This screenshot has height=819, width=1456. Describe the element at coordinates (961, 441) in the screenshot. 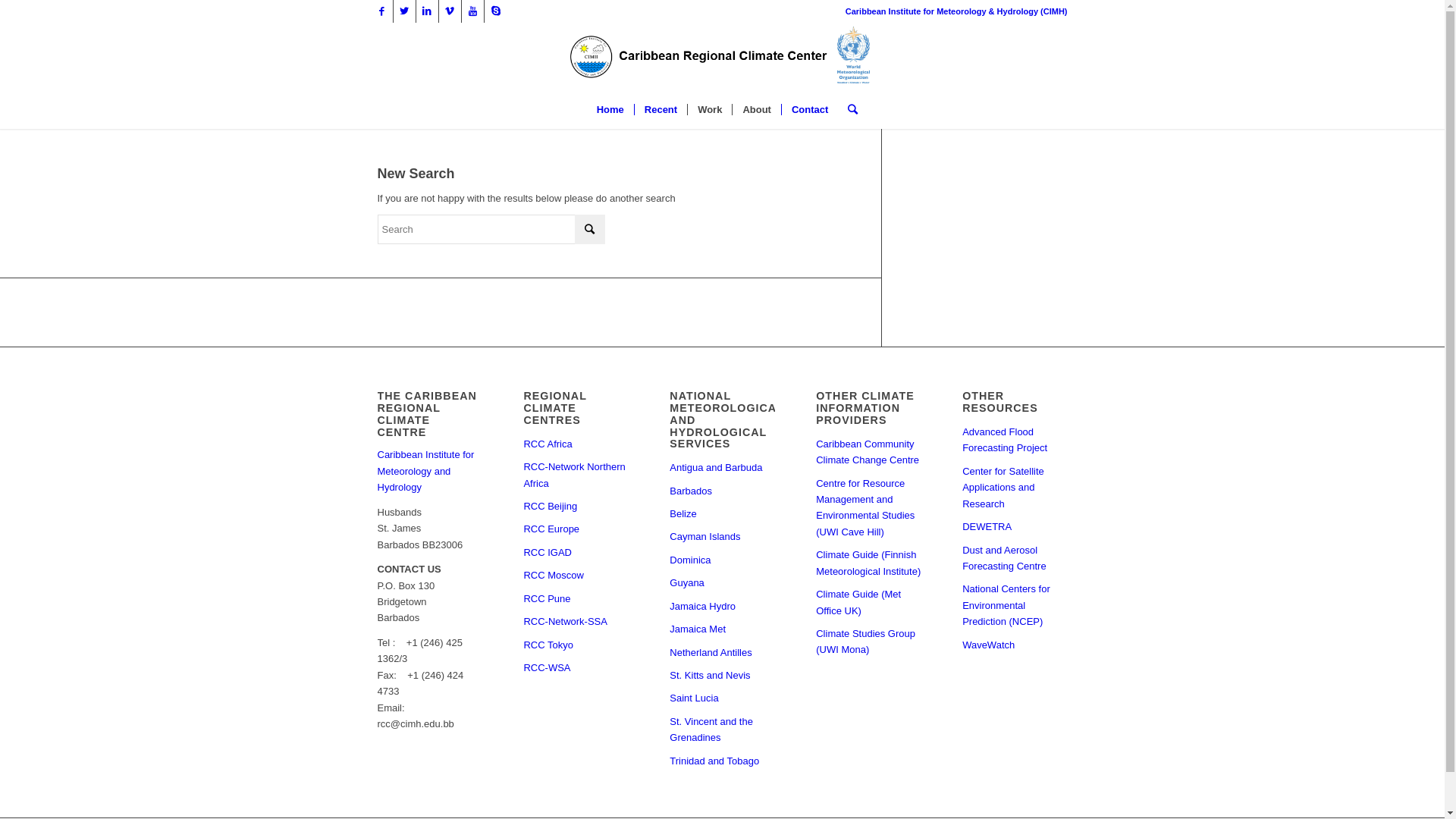

I see `'Advanced Flood Forecasting Project'` at that location.